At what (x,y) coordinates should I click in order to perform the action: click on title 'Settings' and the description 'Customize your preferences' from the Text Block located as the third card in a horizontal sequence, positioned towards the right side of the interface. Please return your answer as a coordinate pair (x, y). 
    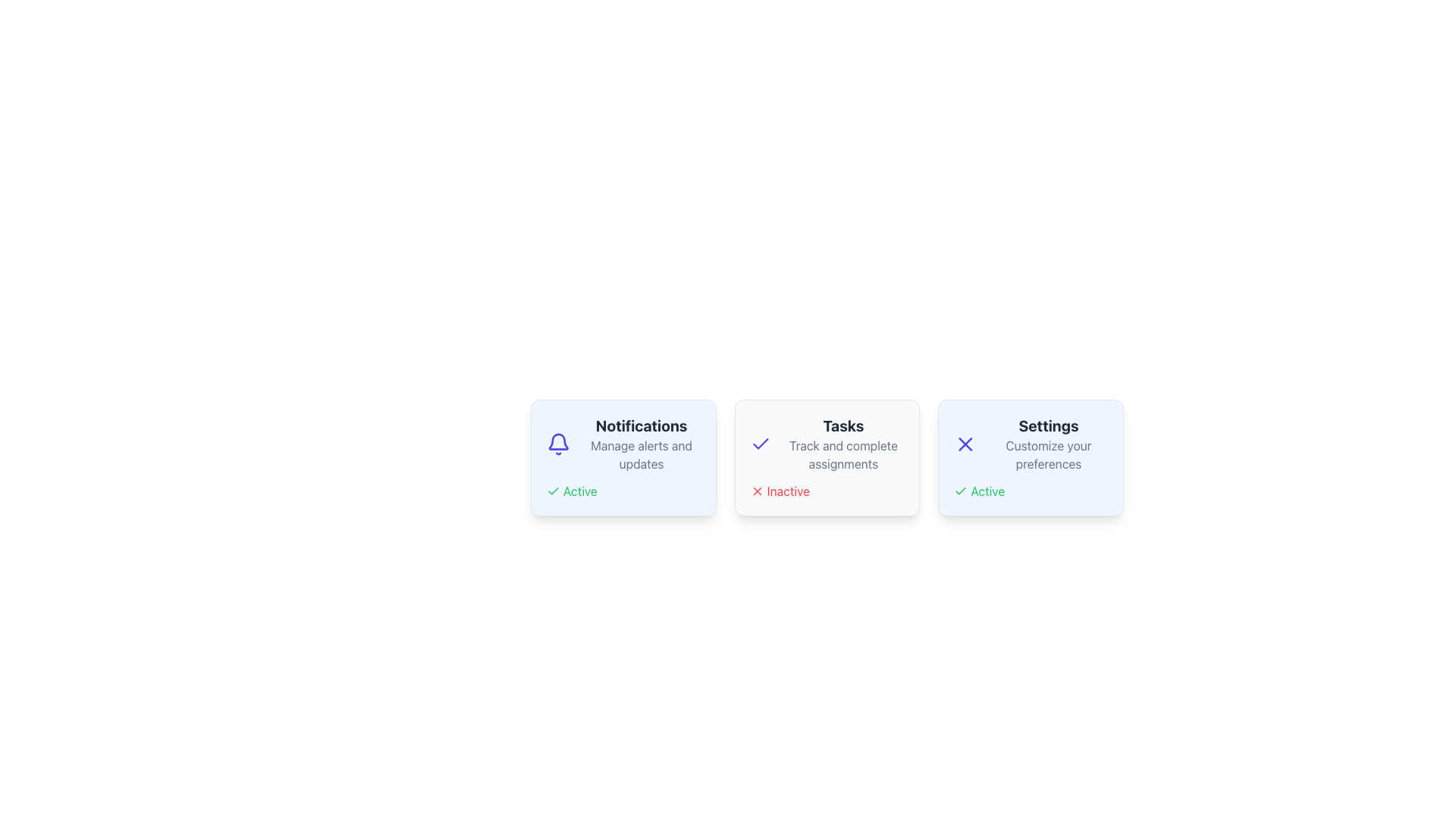
    Looking at the image, I should click on (1047, 444).